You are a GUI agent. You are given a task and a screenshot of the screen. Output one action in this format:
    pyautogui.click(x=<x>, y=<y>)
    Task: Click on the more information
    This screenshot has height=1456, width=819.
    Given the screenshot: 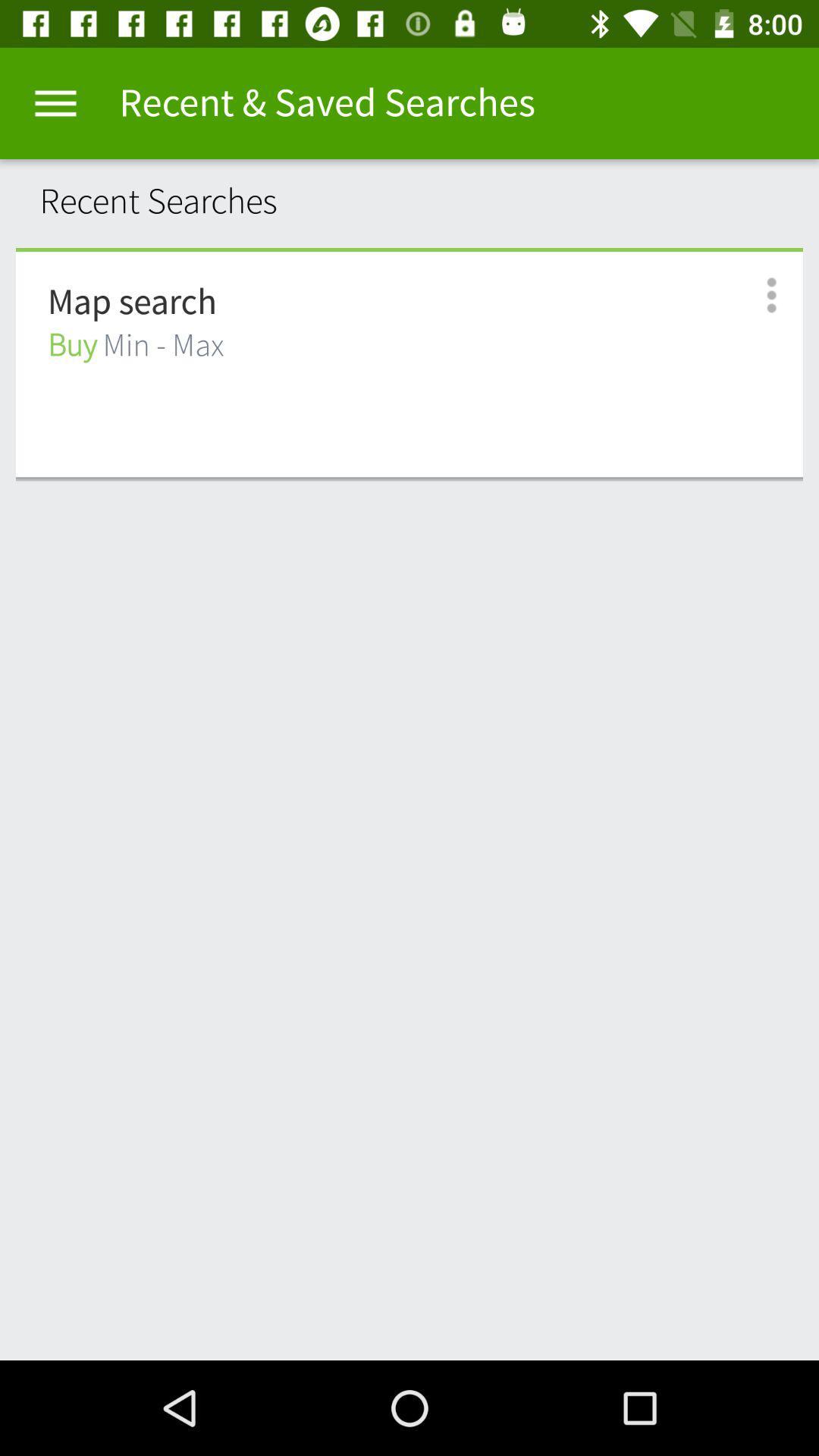 What is the action you would take?
    pyautogui.click(x=755, y=295)
    